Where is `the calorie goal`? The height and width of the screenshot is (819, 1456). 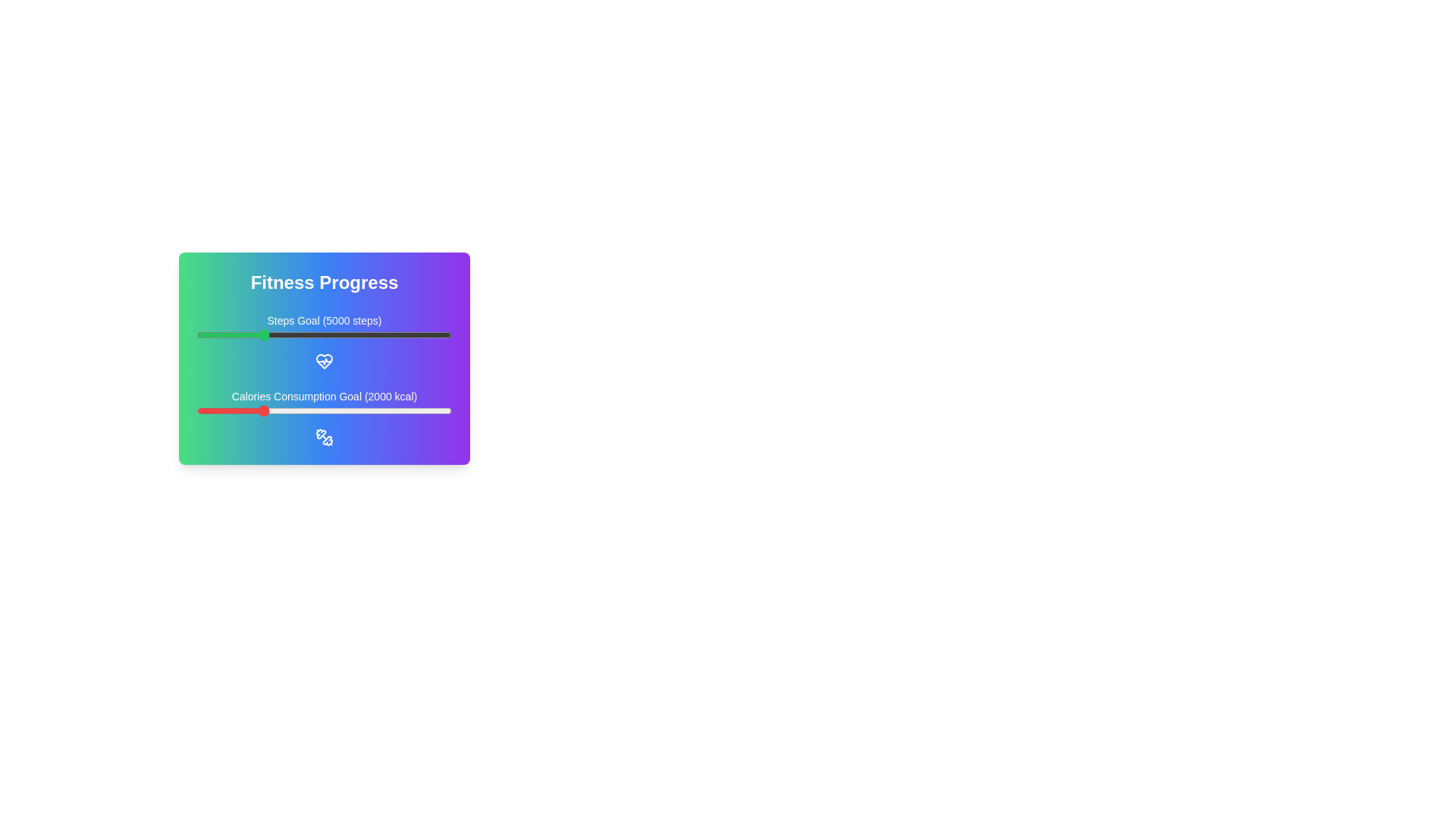
the calorie goal is located at coordinates (217, 411).